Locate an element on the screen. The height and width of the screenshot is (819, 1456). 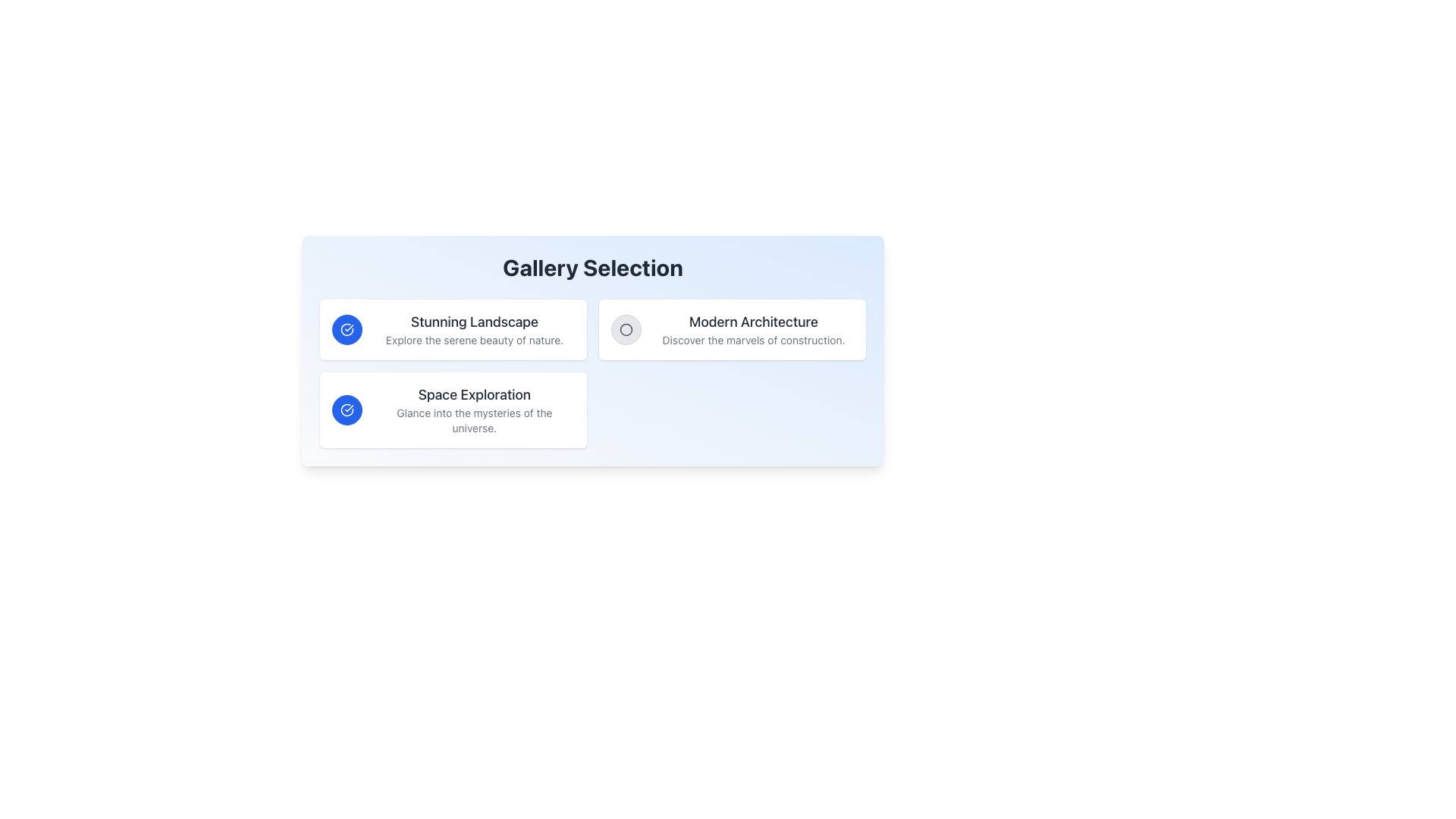
the 'Stunning Landscape' selectable option button, which features a blue circular checkmark icon and bold dark text is located at coordinates (453, 329).